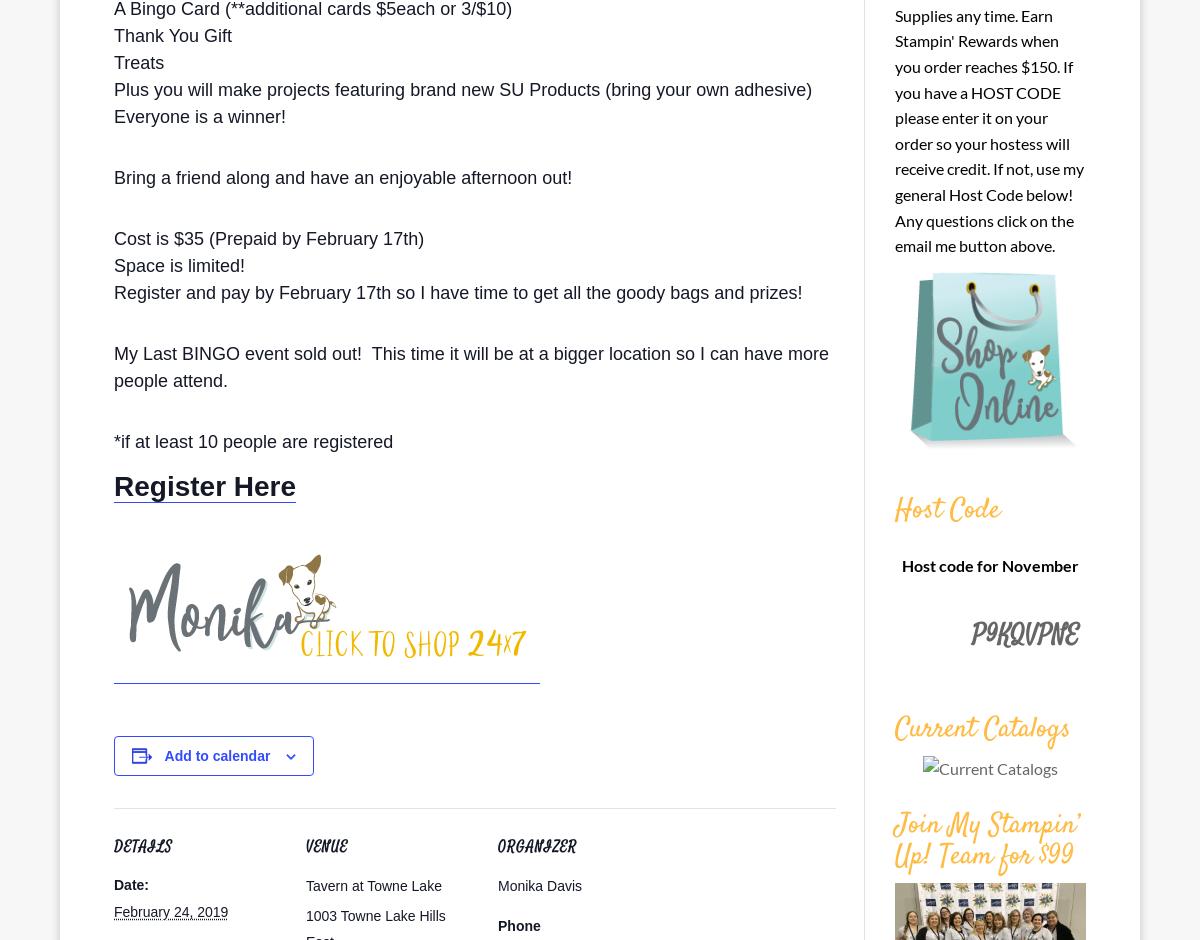 The width and height of the screenshot is (1200, 940). Describe the element at coordinates (169, 910) in the screenshot. I see `'February 24, 2019'` at that location.